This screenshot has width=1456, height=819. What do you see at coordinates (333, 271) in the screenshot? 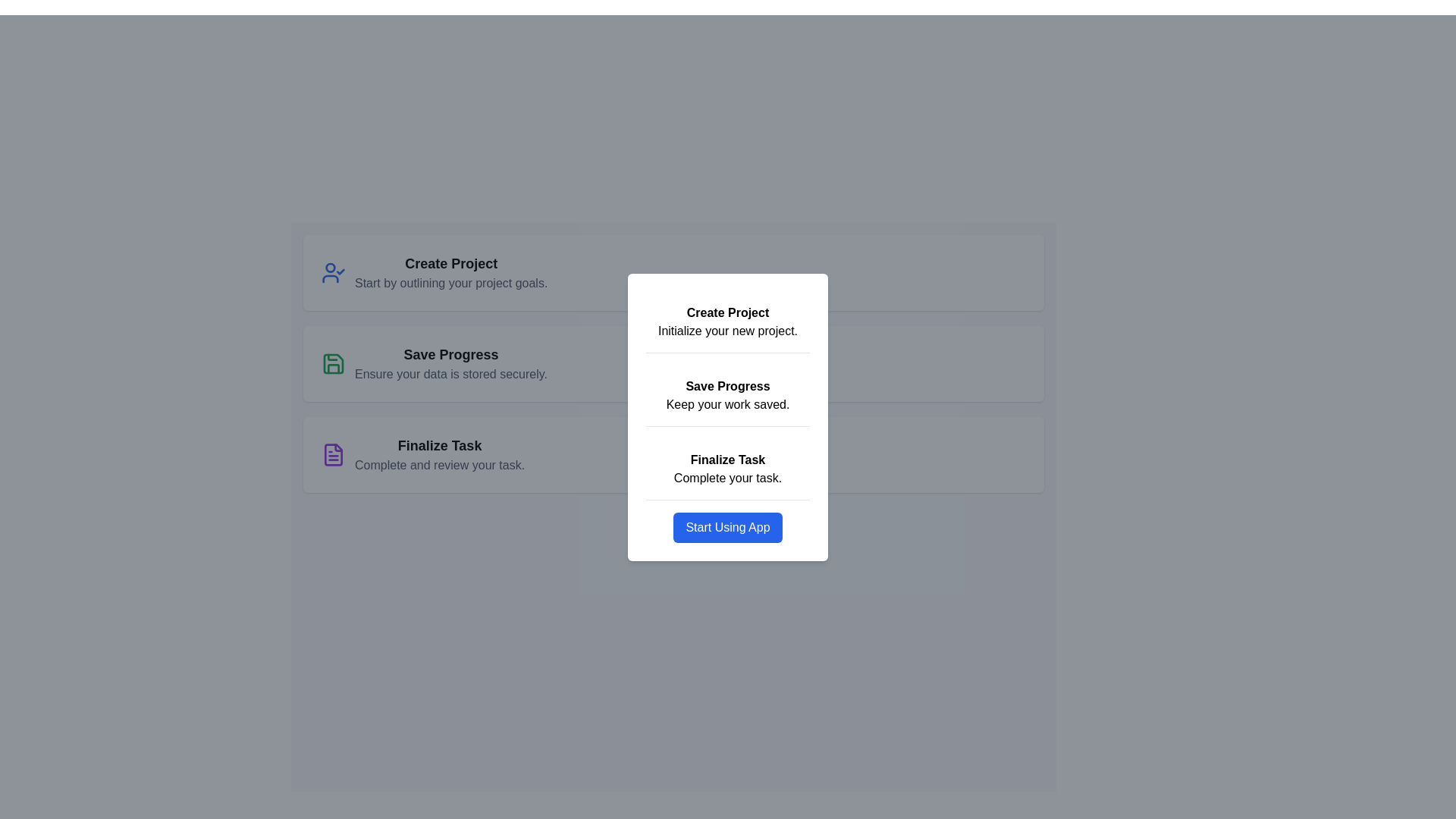
I see `the blue SVG user profile icon with a checkmark, associated with the 'Create Project' item in the topmost section of the options list` at bounding box center [333, 271].